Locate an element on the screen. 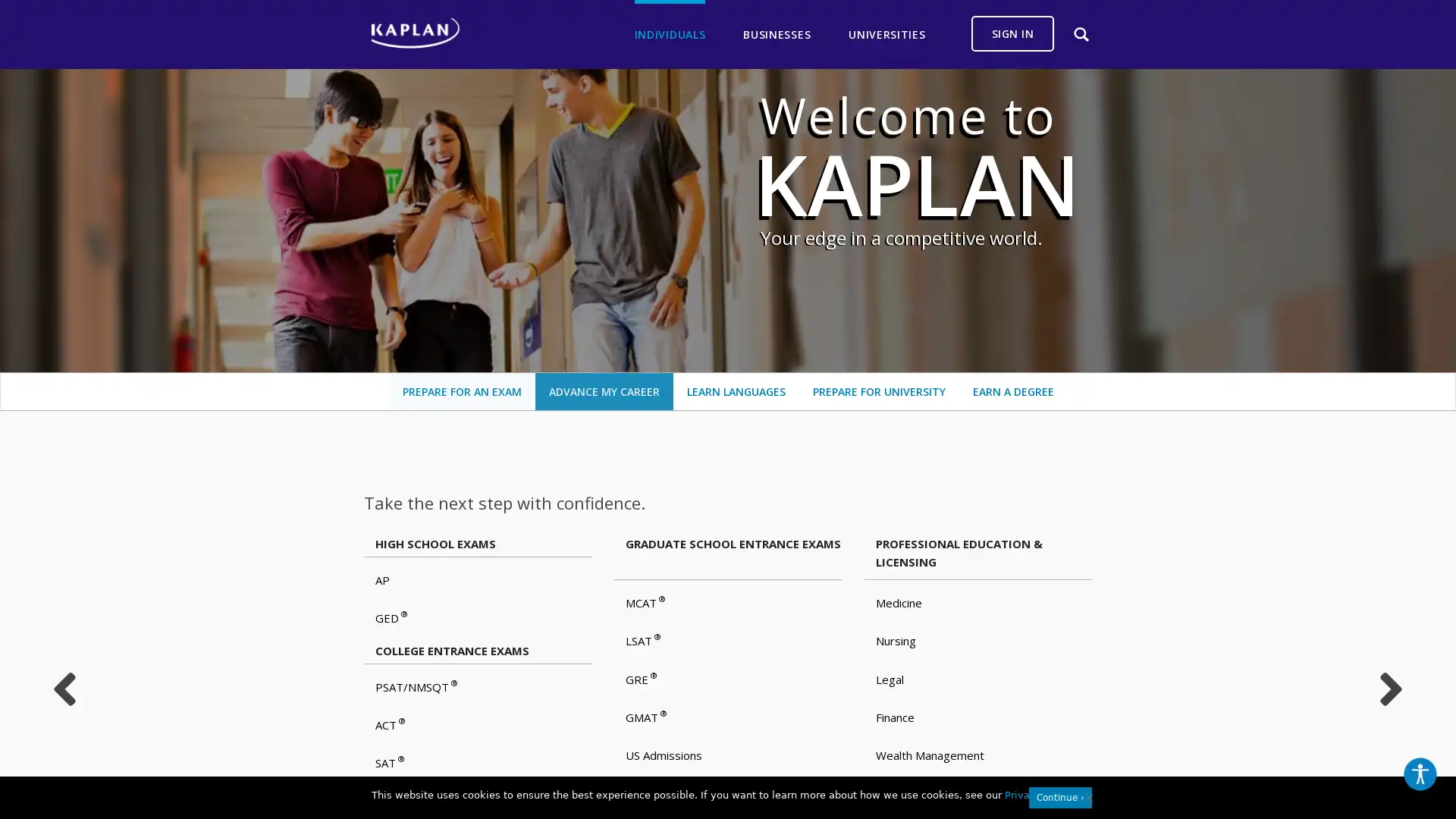 Image resolution: width=1456 pixels, height=819 pixels. Previous is located at coordinates (63, 689).